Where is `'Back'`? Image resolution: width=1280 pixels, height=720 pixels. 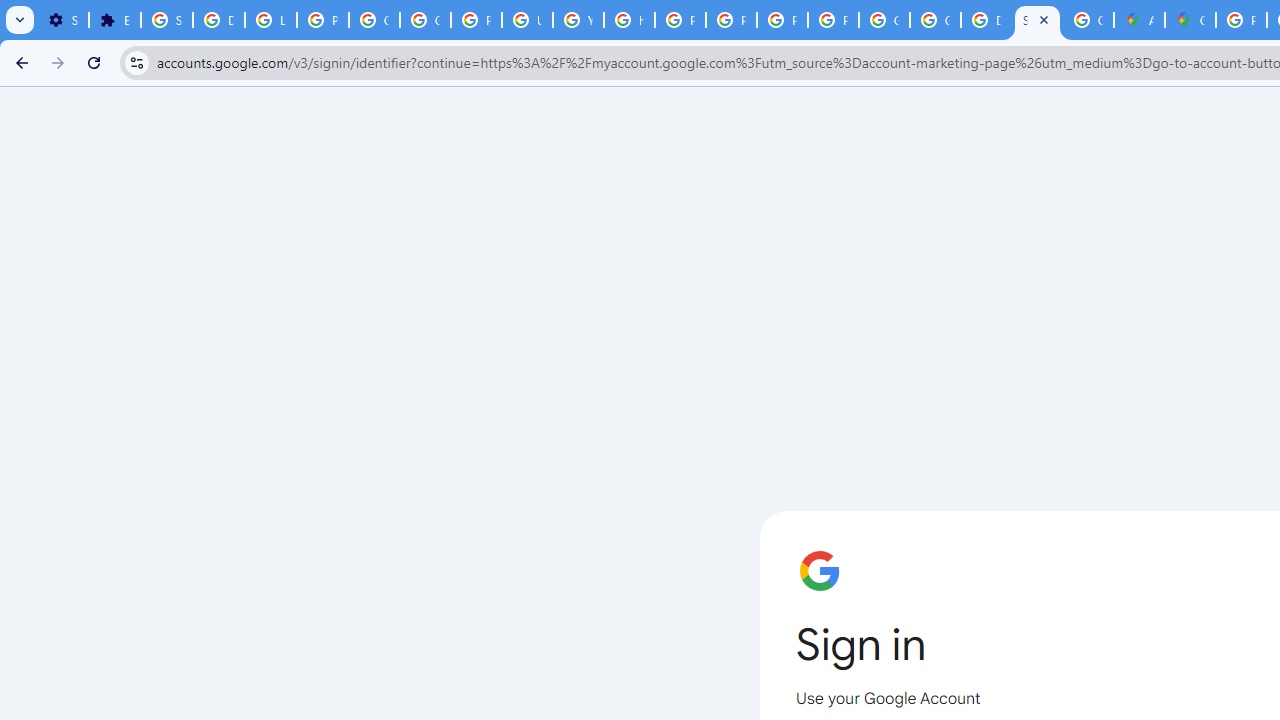 'Back' is located at coordinates (19, 61).